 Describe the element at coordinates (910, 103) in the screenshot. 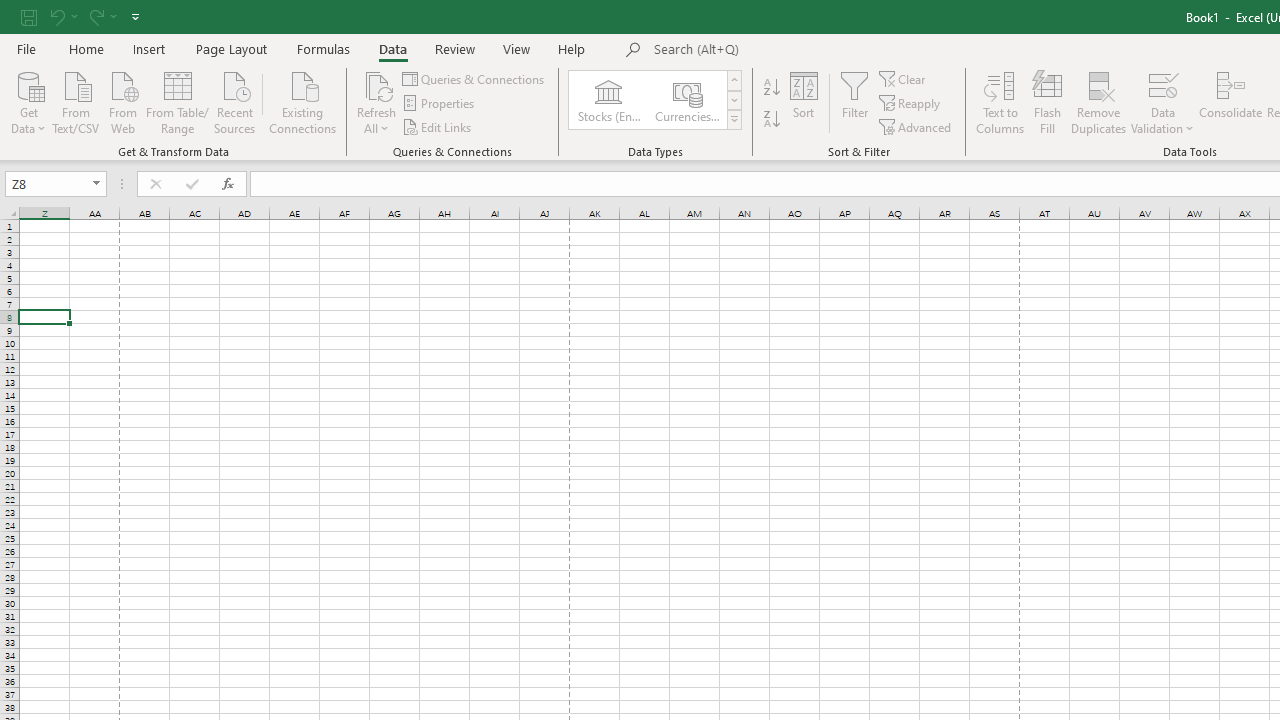

I see `'Reapply'` at that location.